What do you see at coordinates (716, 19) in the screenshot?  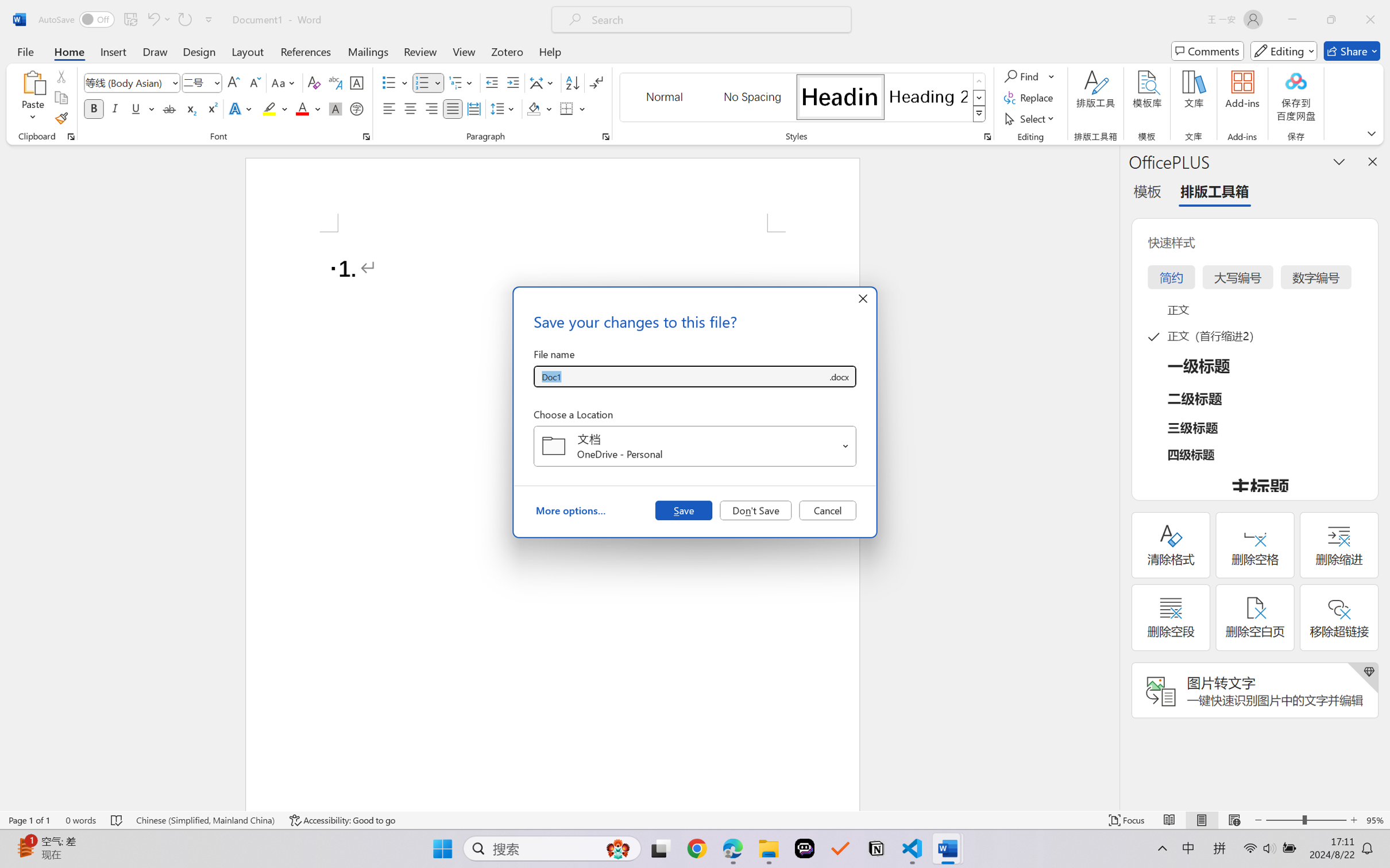 I see `'Microsoft search'` at bounding box center [716, 19].